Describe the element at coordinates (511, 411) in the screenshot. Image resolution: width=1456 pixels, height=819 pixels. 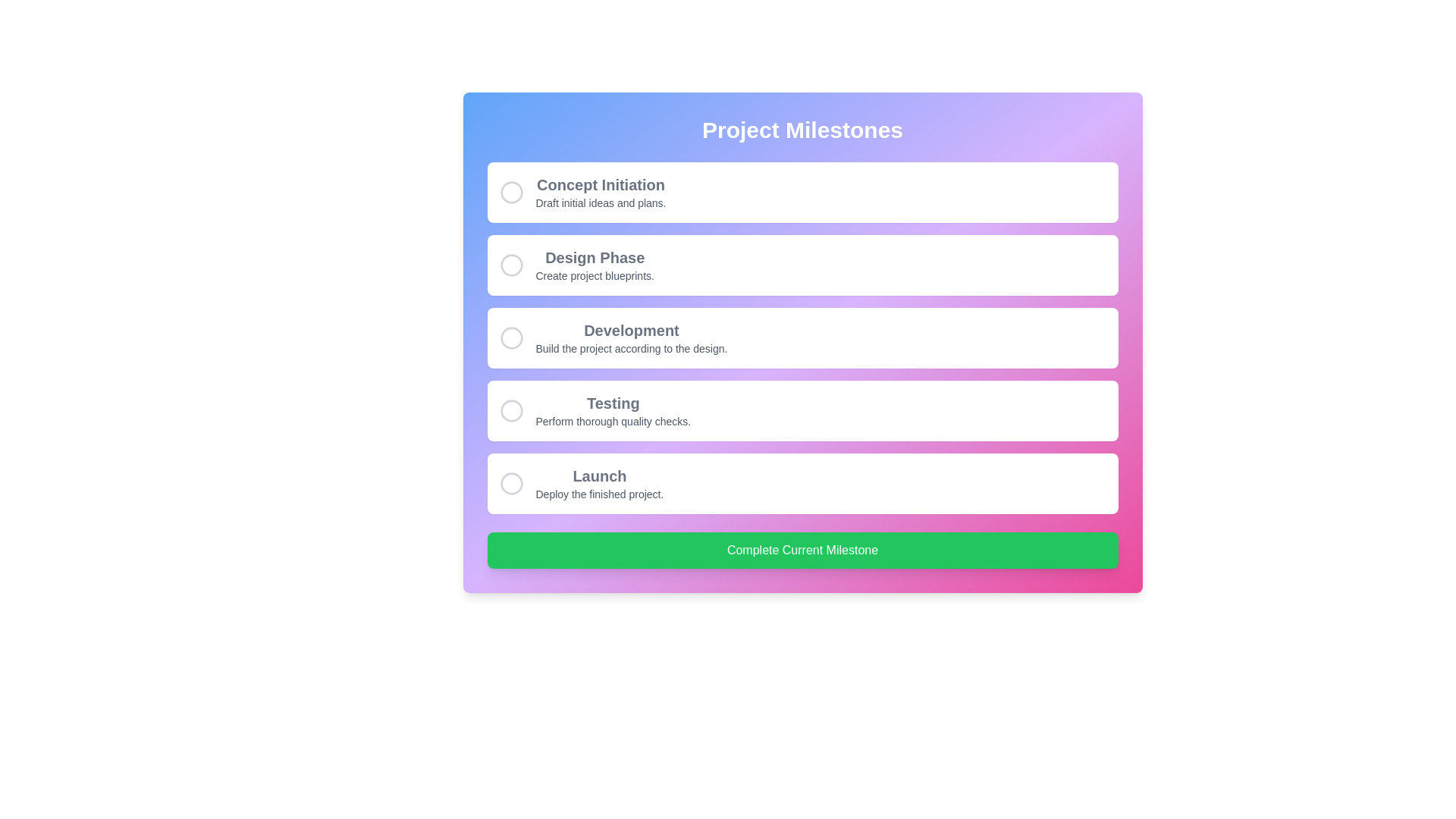
I see `the unselected radio button with a gray outline located in the 'Testing' milestone section of the Project Milestones list` at that location.